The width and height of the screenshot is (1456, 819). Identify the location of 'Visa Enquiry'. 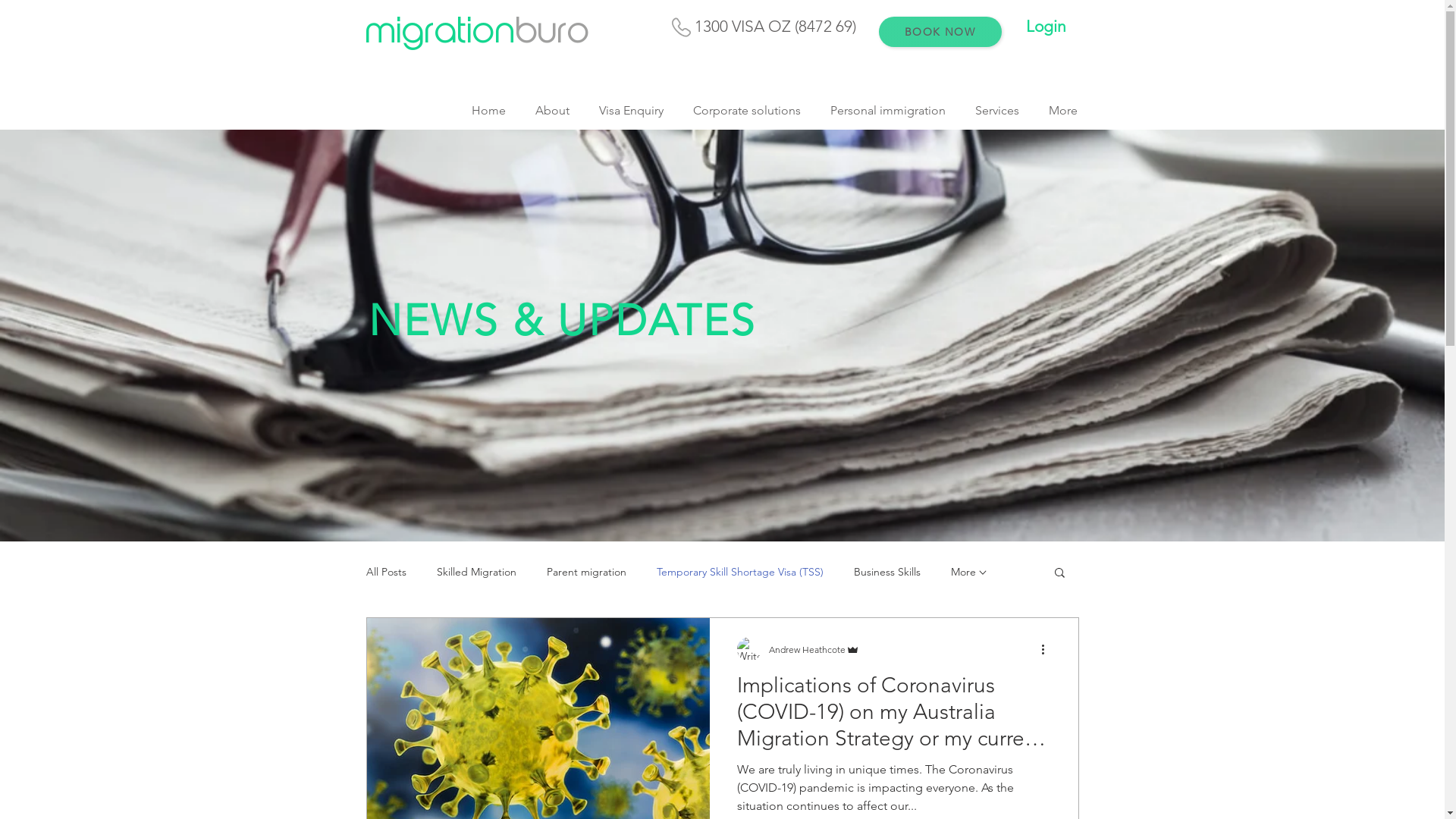
(630, 110).